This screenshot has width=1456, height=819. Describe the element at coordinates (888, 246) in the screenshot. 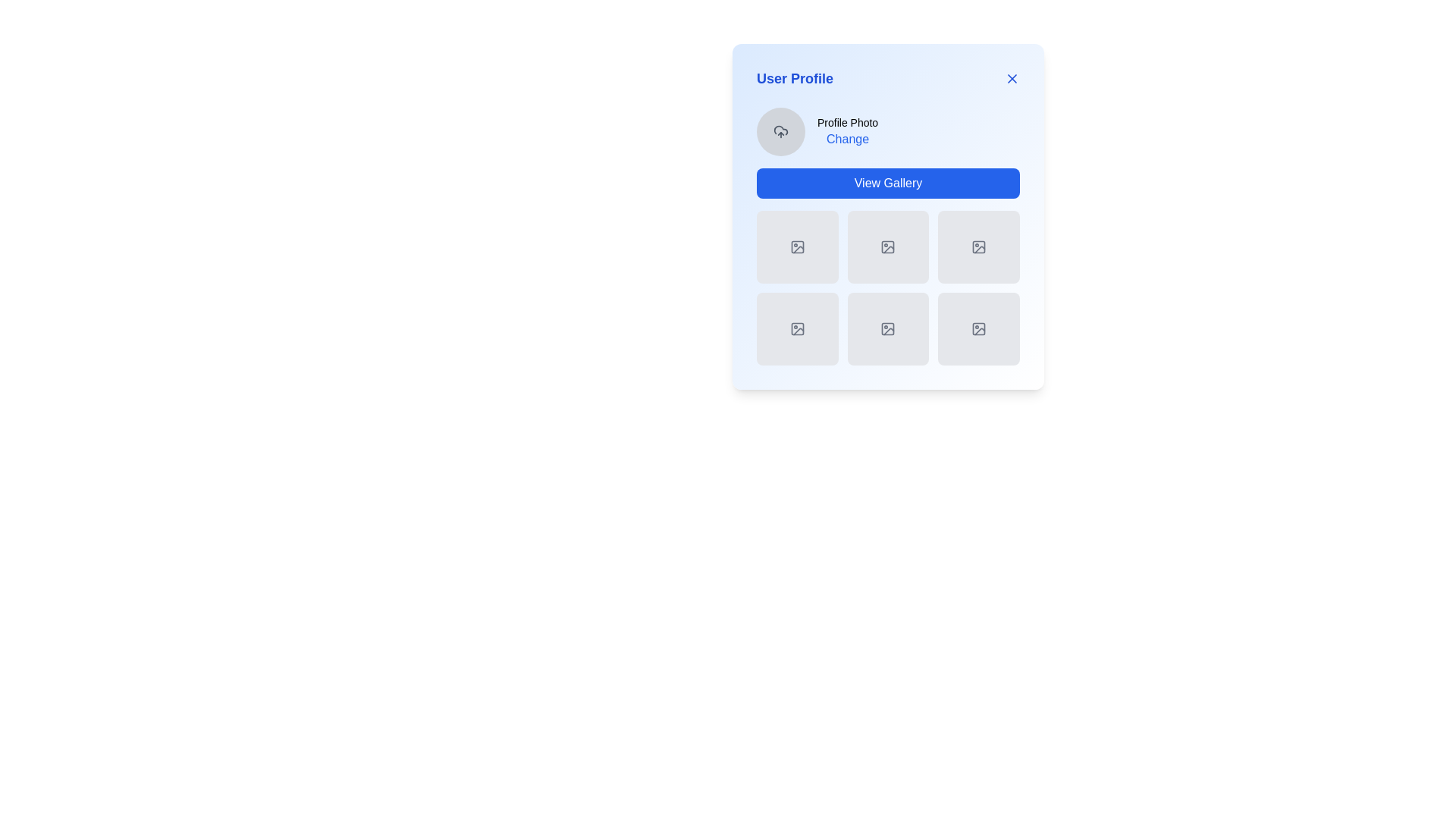

I see `the SVG rectangle representing the image placeholder icon located in the second column of the top row in a 3x2 grid of placeholders` at that location.